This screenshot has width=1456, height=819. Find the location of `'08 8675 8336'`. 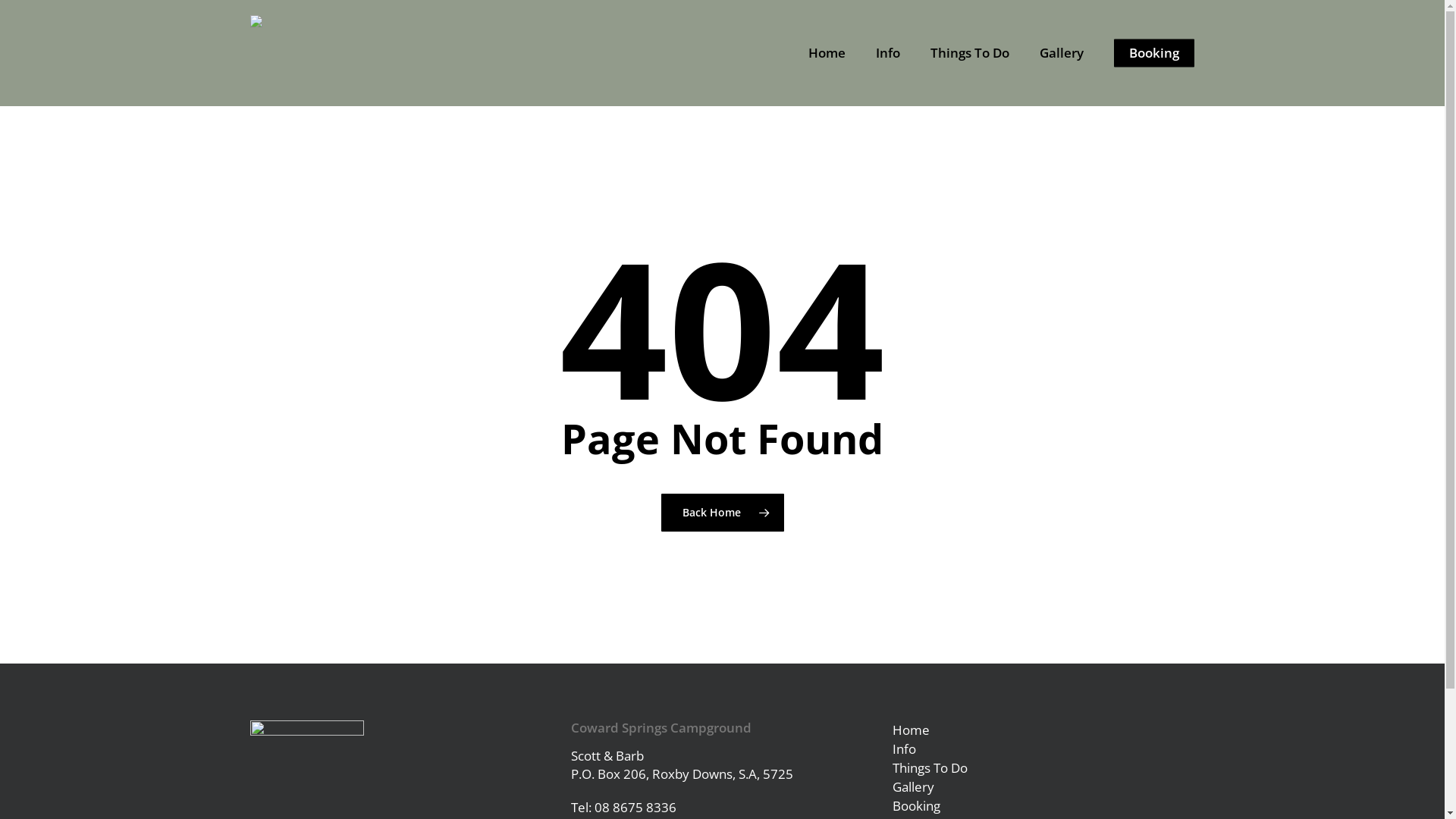

'08 8675 8336' is located at coordinates (635, 806).